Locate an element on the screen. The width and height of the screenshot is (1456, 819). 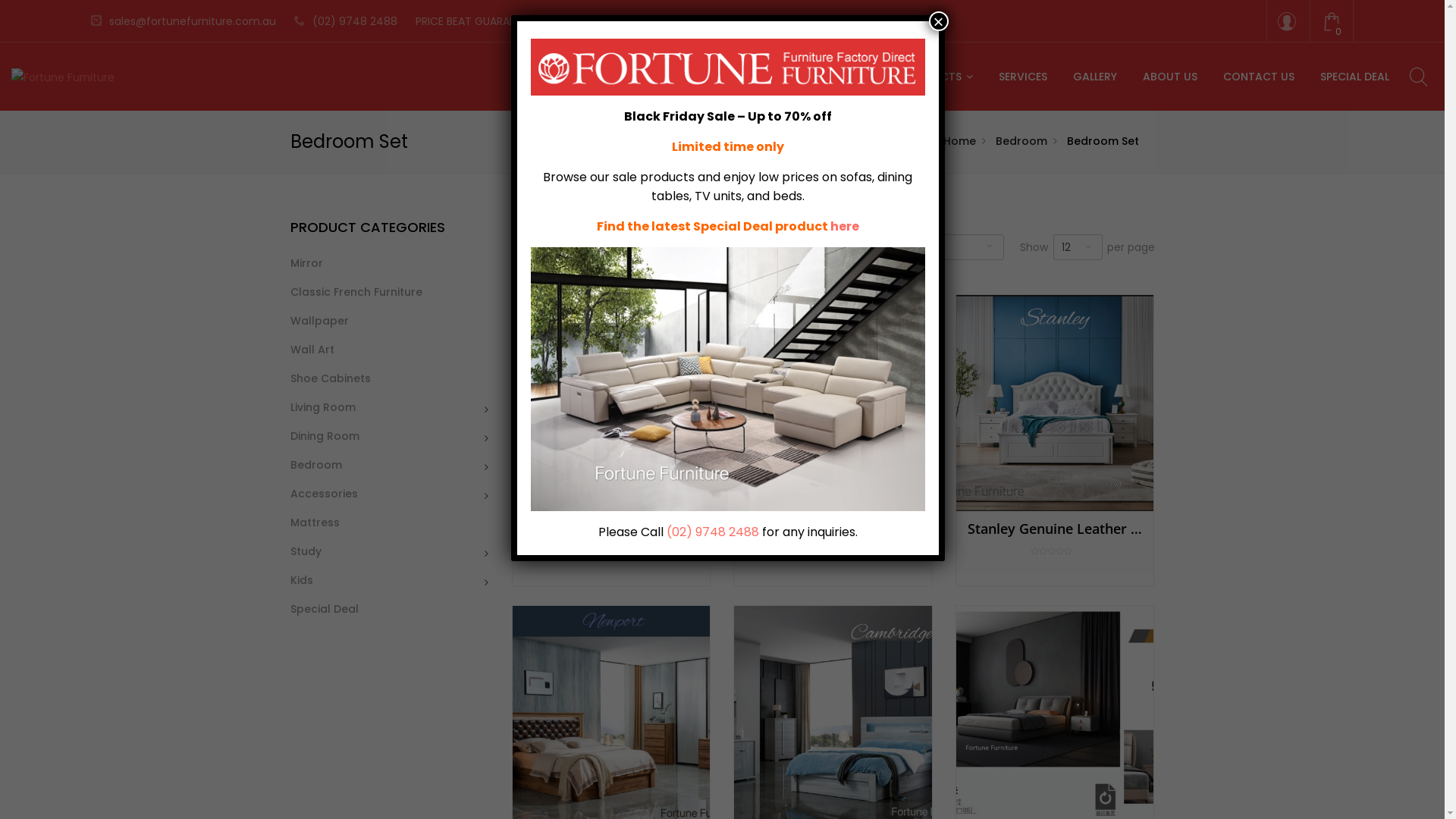
'(02) 9748 2488' is located at coordinates (712, 531).